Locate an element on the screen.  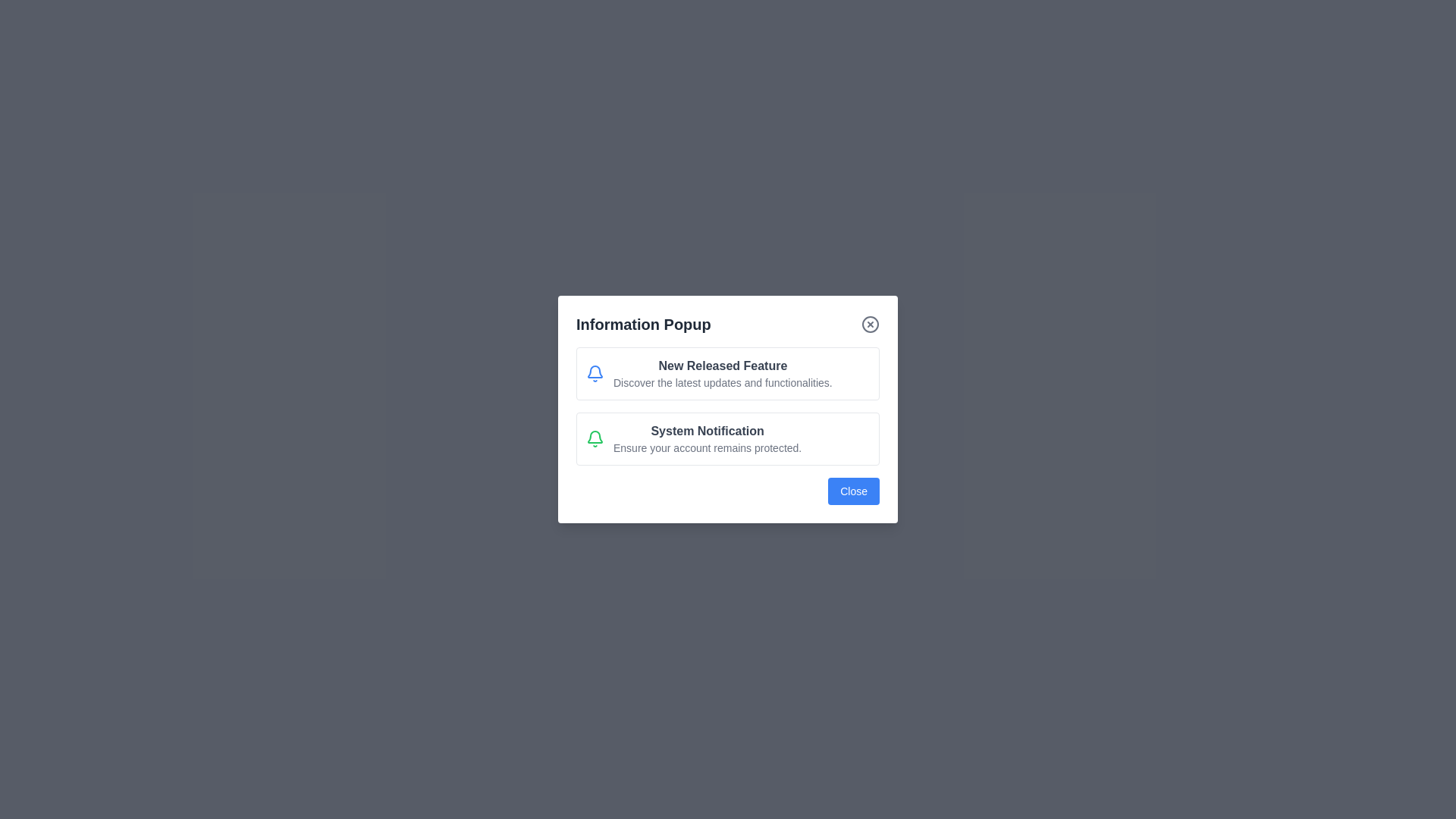
the icon representing the notification item New Released Feature is located at coordinates (595, 374).